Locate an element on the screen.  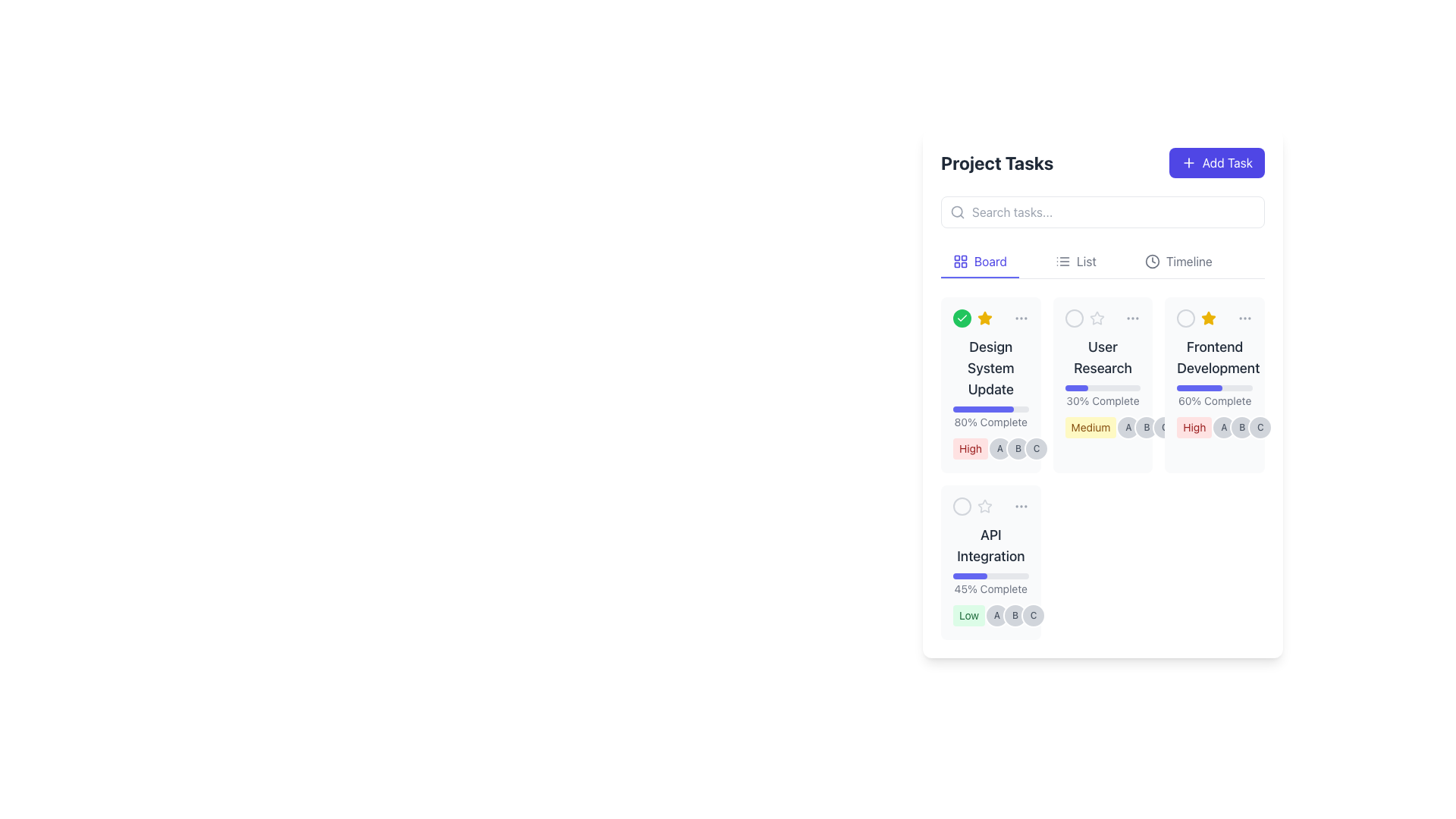
the leftmost circular label labeled 'A' which is positioned to the right of the 'Low' label within the 'API Integration' card is located at coordinates (997, 616).